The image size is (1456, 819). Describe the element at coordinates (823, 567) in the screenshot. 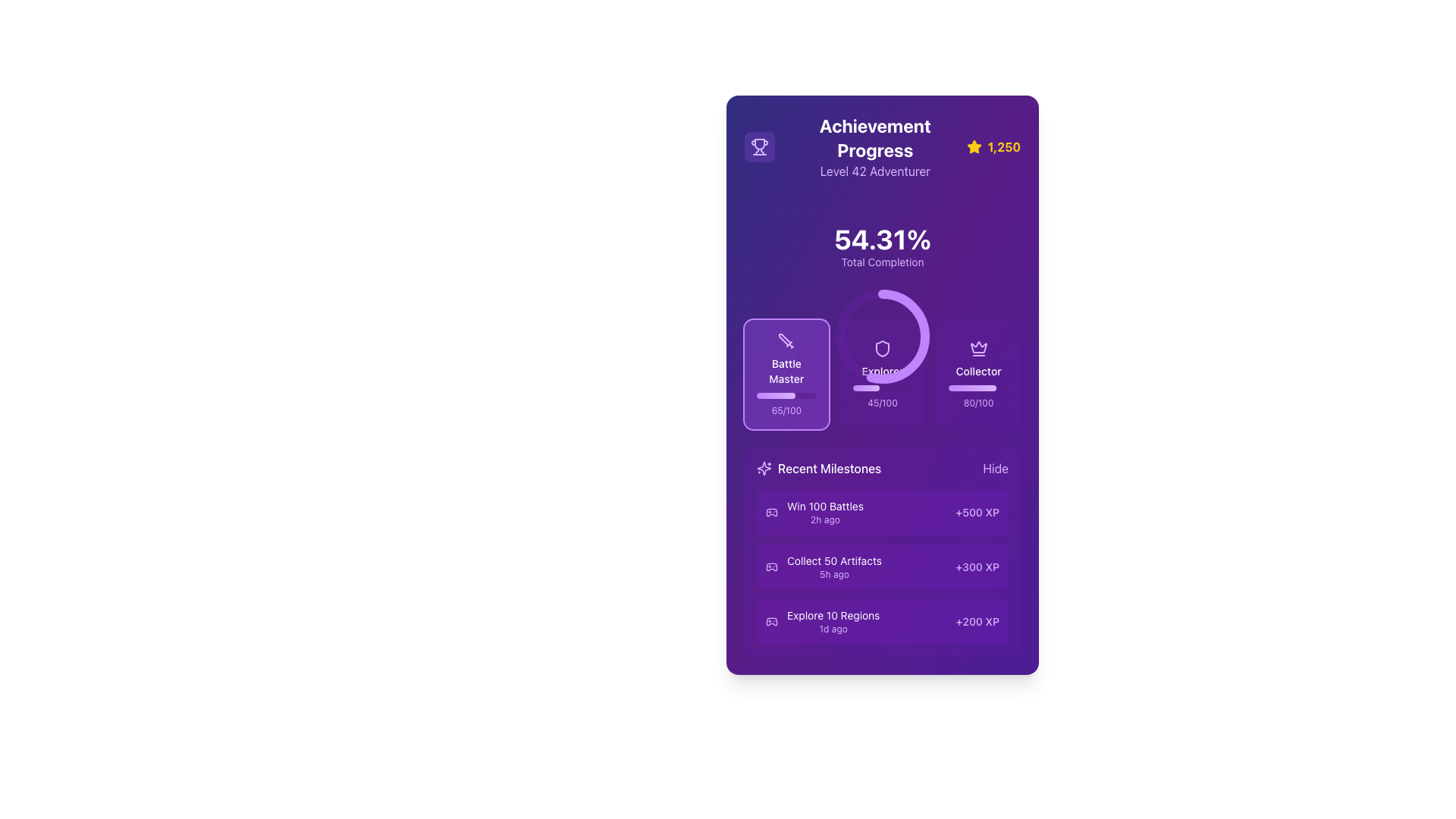

I see `the informational content block that displays 'Collect 50 Artifacts' with a time indicator '5h ago', styled in purple next to a gamepad icon, located under the 'Recent Milestones' section of the dashboard` at that location.